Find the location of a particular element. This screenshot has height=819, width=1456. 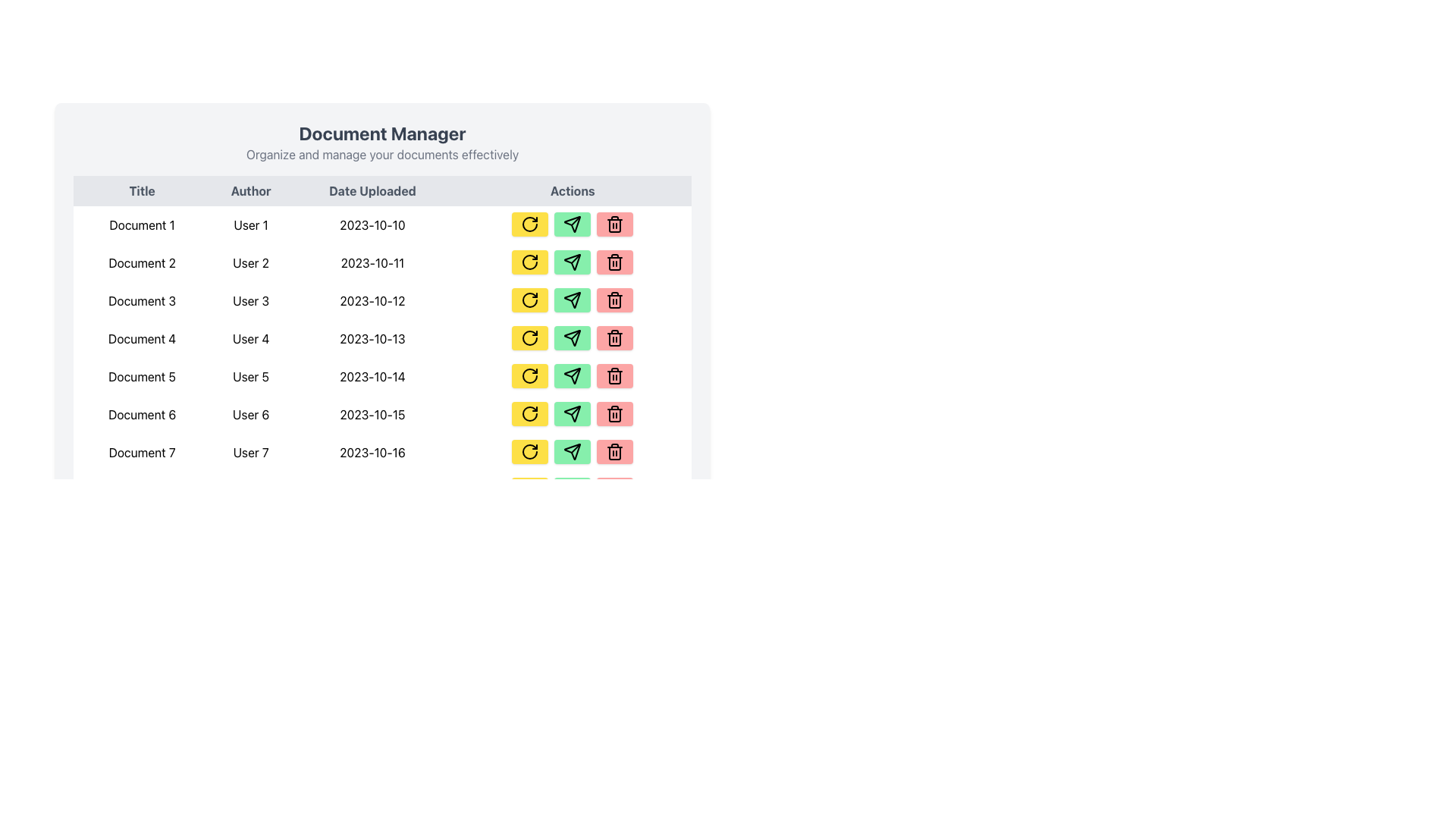

the delete button with a trash bin icon located in the 'Actions' column for 'Document 4' is located at coordinates (615, 337).